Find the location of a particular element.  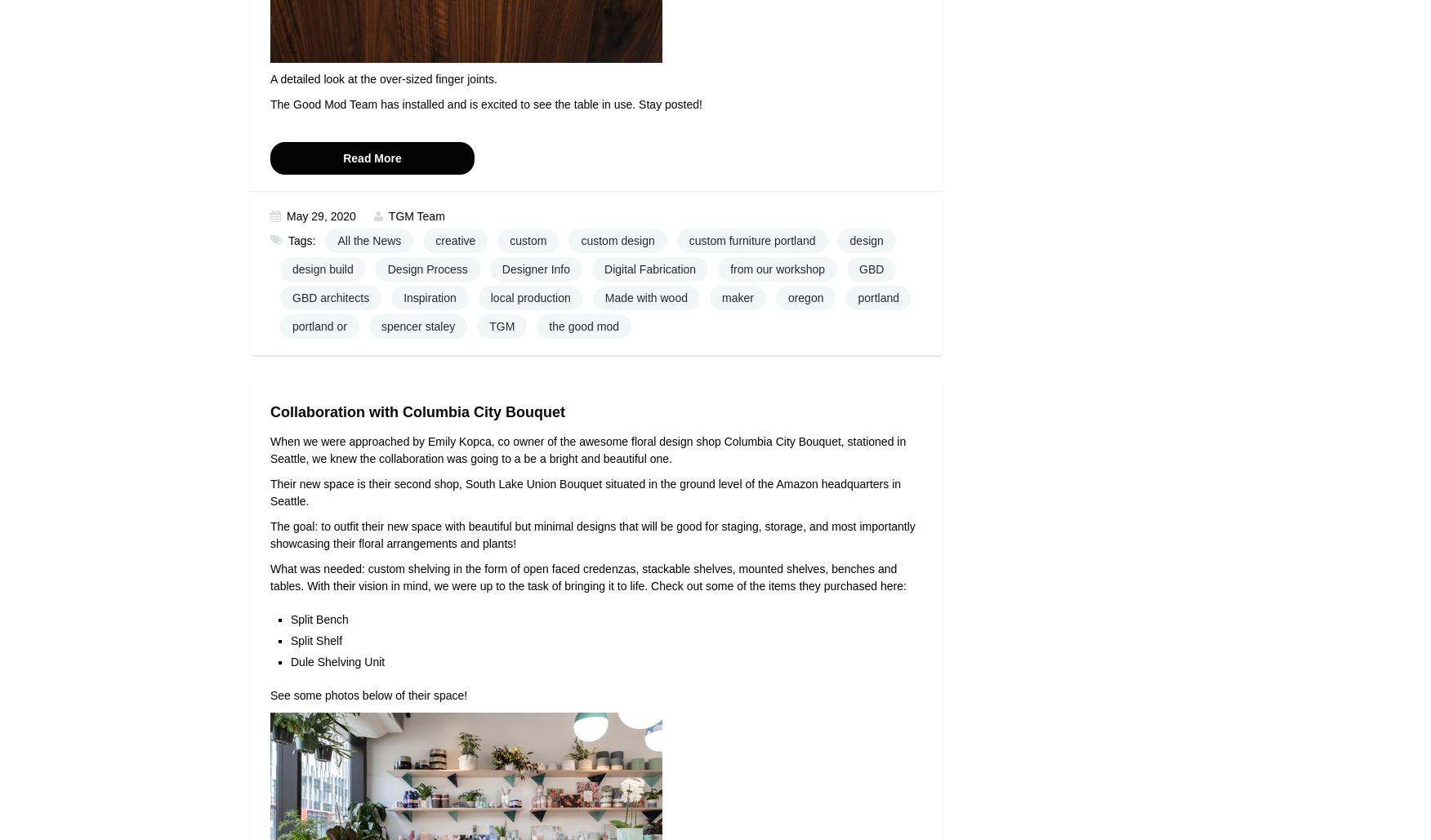

'Digital Fabrication' is located at coordinates (604, 269).